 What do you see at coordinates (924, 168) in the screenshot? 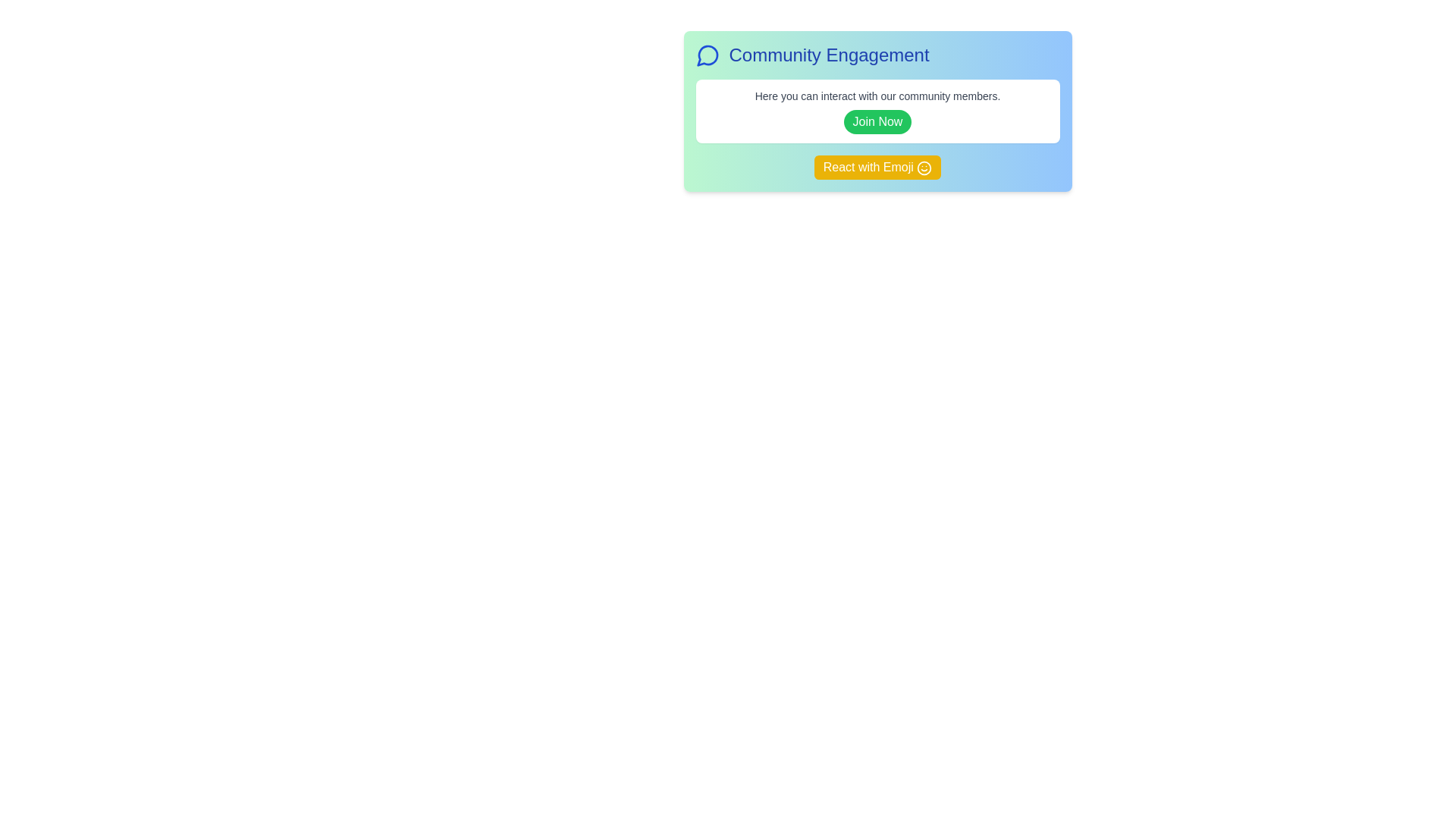
I see `the smiley face icon located inside the 'React with Emoji' button` at bounding box center [924, 168].